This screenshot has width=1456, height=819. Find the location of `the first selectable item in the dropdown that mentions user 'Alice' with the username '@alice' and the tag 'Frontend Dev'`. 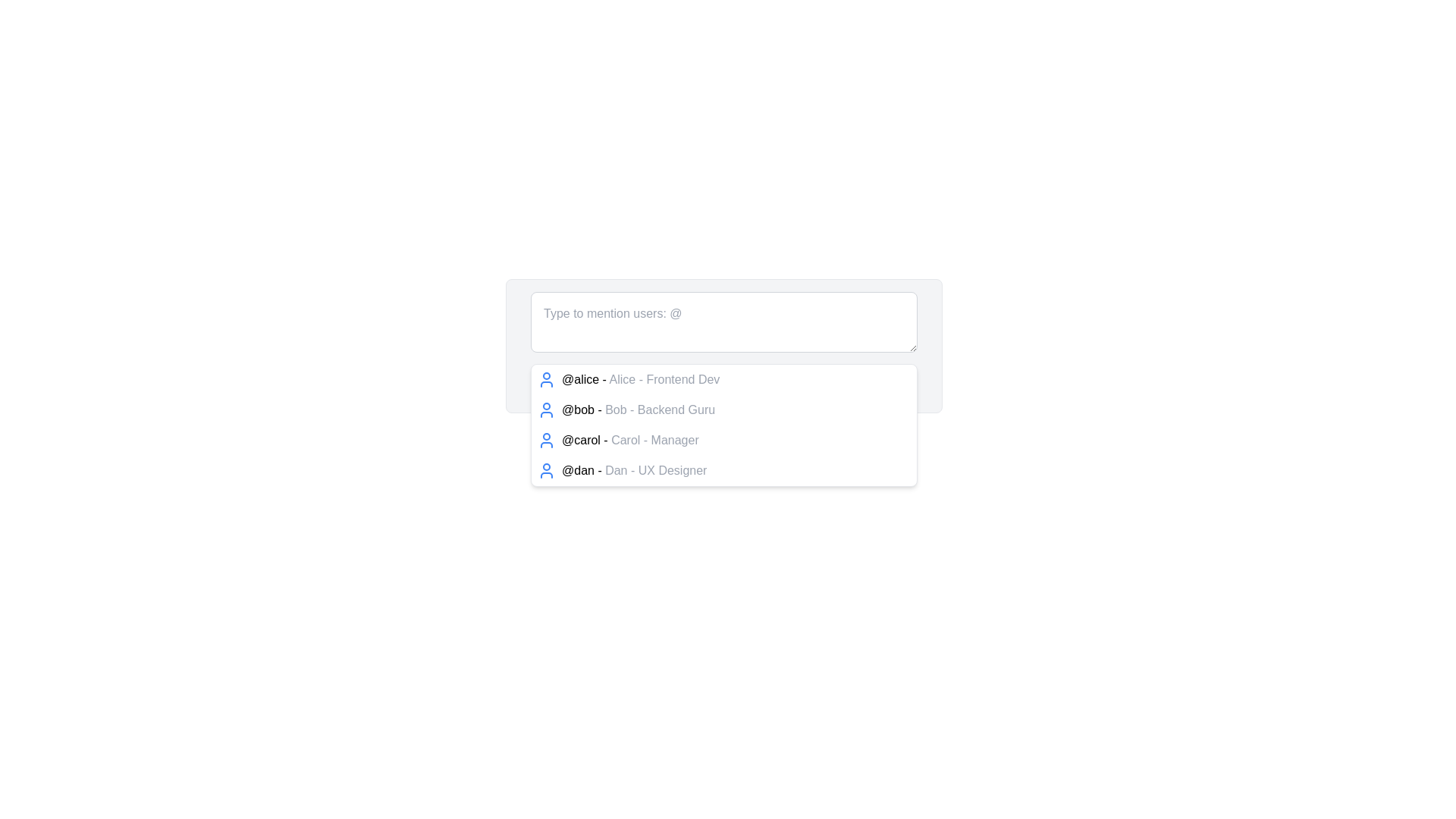

the first selectable item in the dropdown that mentions user 'Alice' with the username '@alice' and the tag 'Frontend Dev' is located at coordinates (641, 379).